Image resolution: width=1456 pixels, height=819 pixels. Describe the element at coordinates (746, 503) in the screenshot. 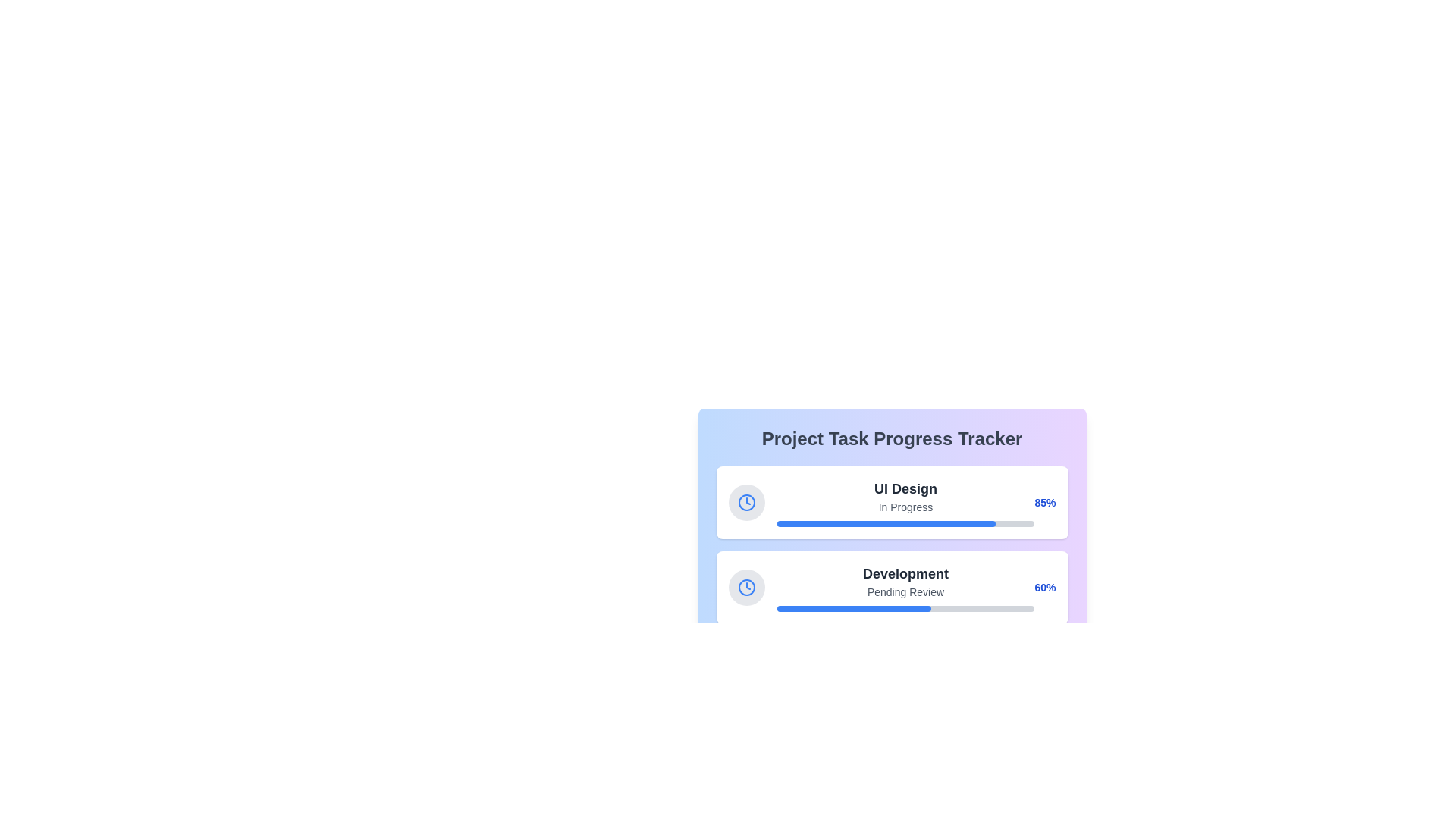

I see `the circular icon with a light gray background and a blue outline of a clock, which is located to the left of the text 'UI Design' and 'In Progress'` at that location.